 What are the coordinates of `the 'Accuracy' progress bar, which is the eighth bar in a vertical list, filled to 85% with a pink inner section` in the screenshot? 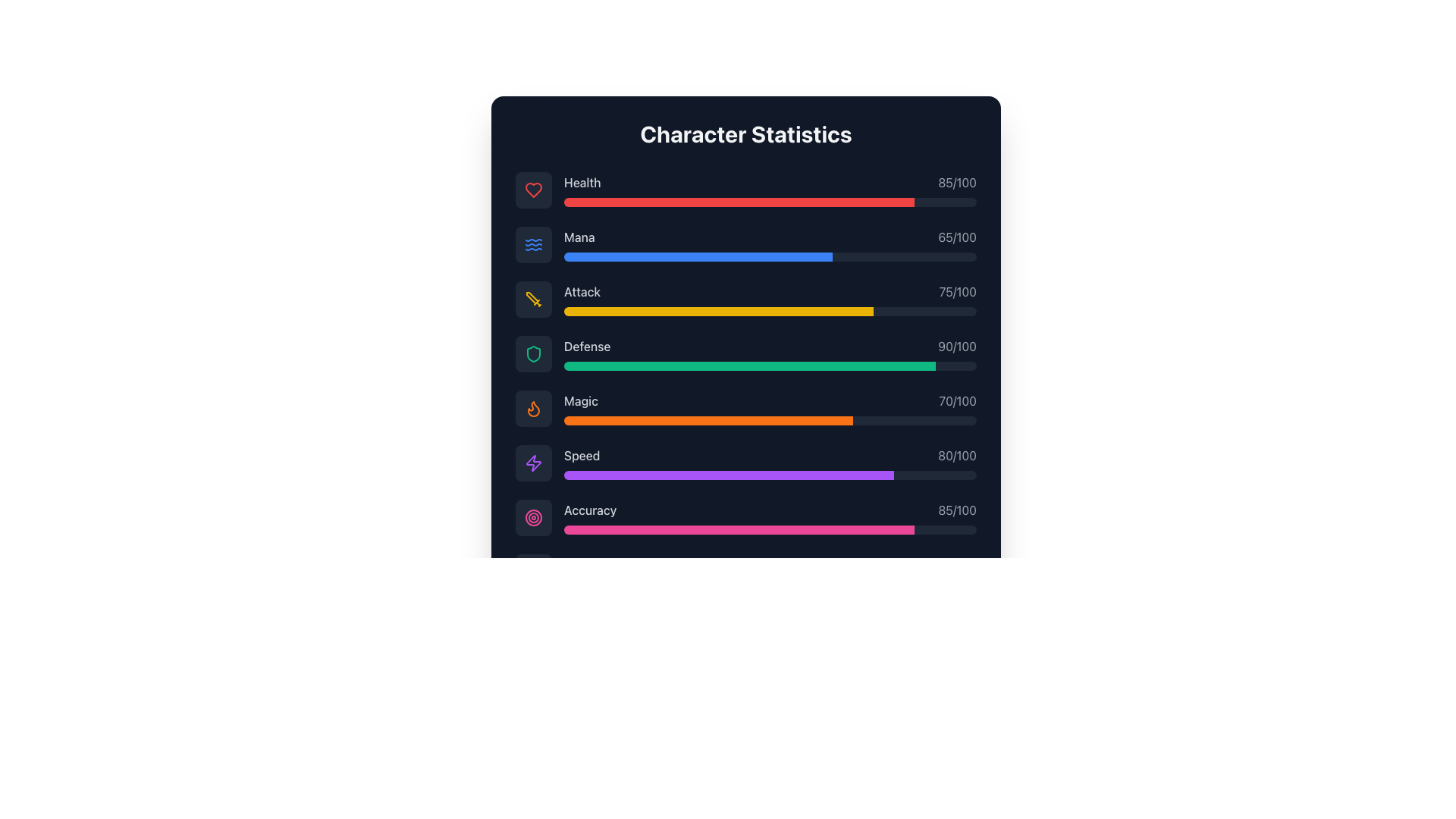 It's located at (770, 529).